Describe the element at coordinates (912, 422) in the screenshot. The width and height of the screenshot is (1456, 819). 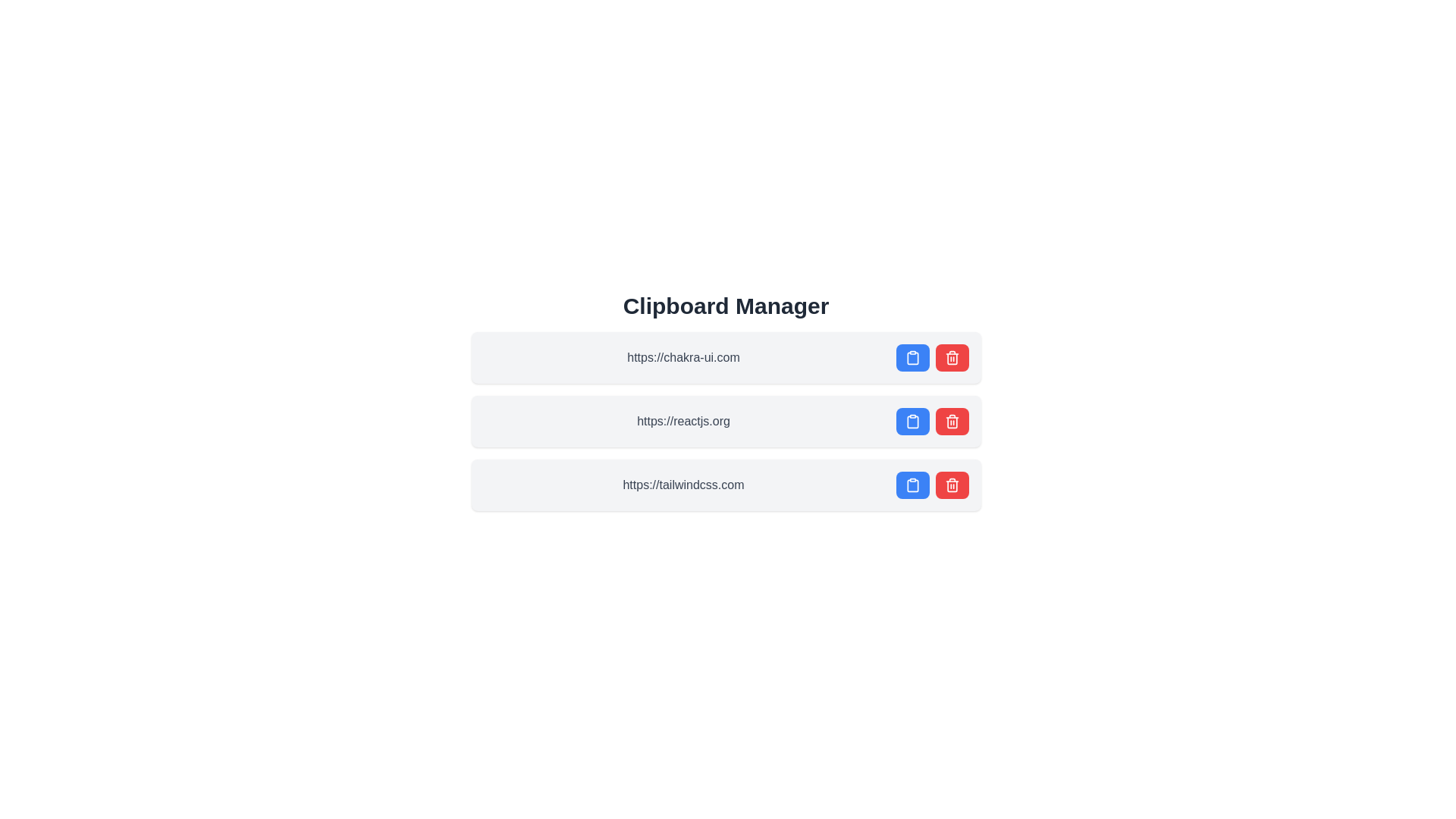
I see `the blue button located in the middle row, to the left of the red delete icon` at that location.